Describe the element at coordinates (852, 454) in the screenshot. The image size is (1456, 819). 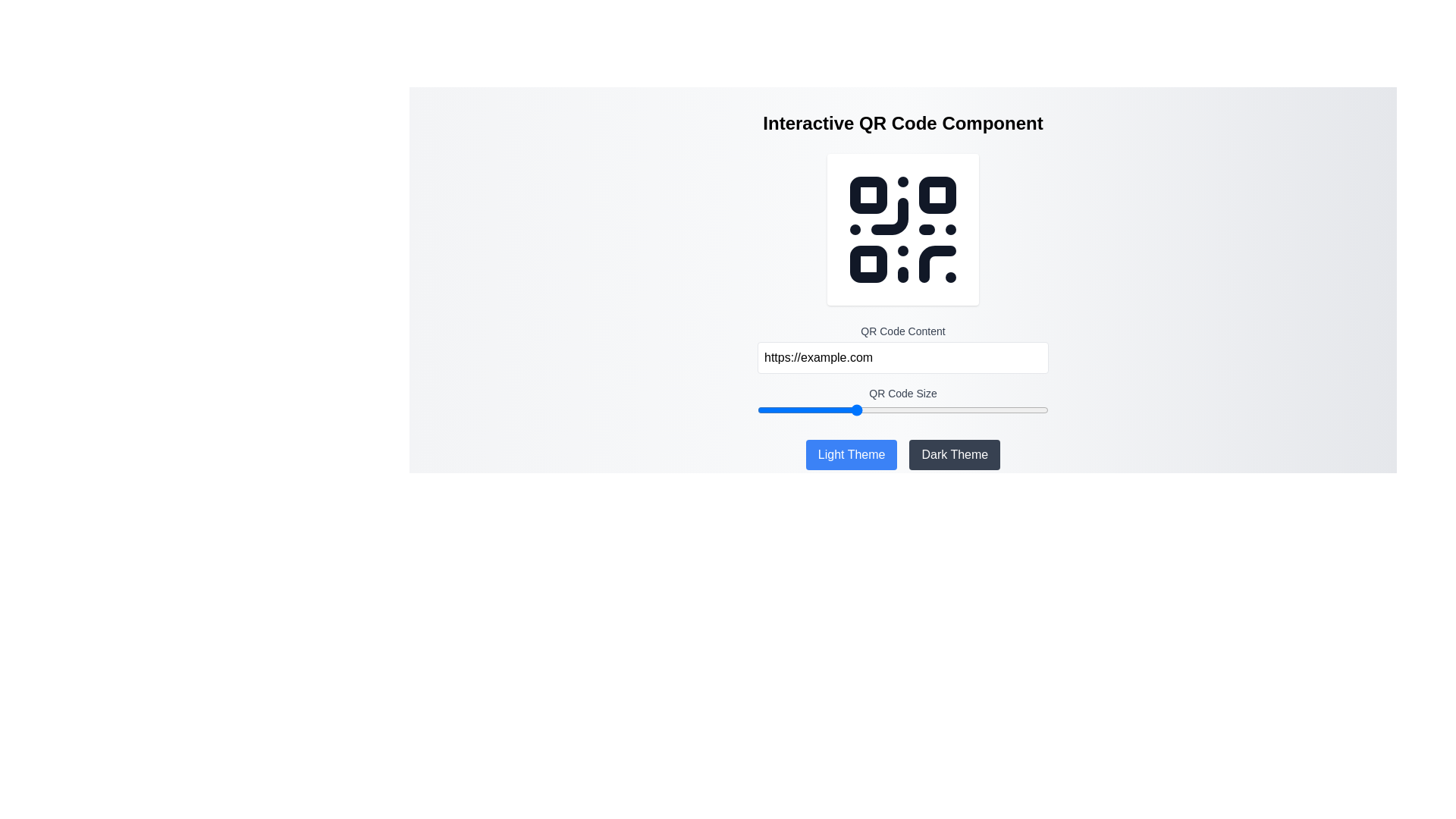
I see `the leftmost rectangular button with rounded corners that has a solid blue background and white text reading 'Light Theme'` at that location.